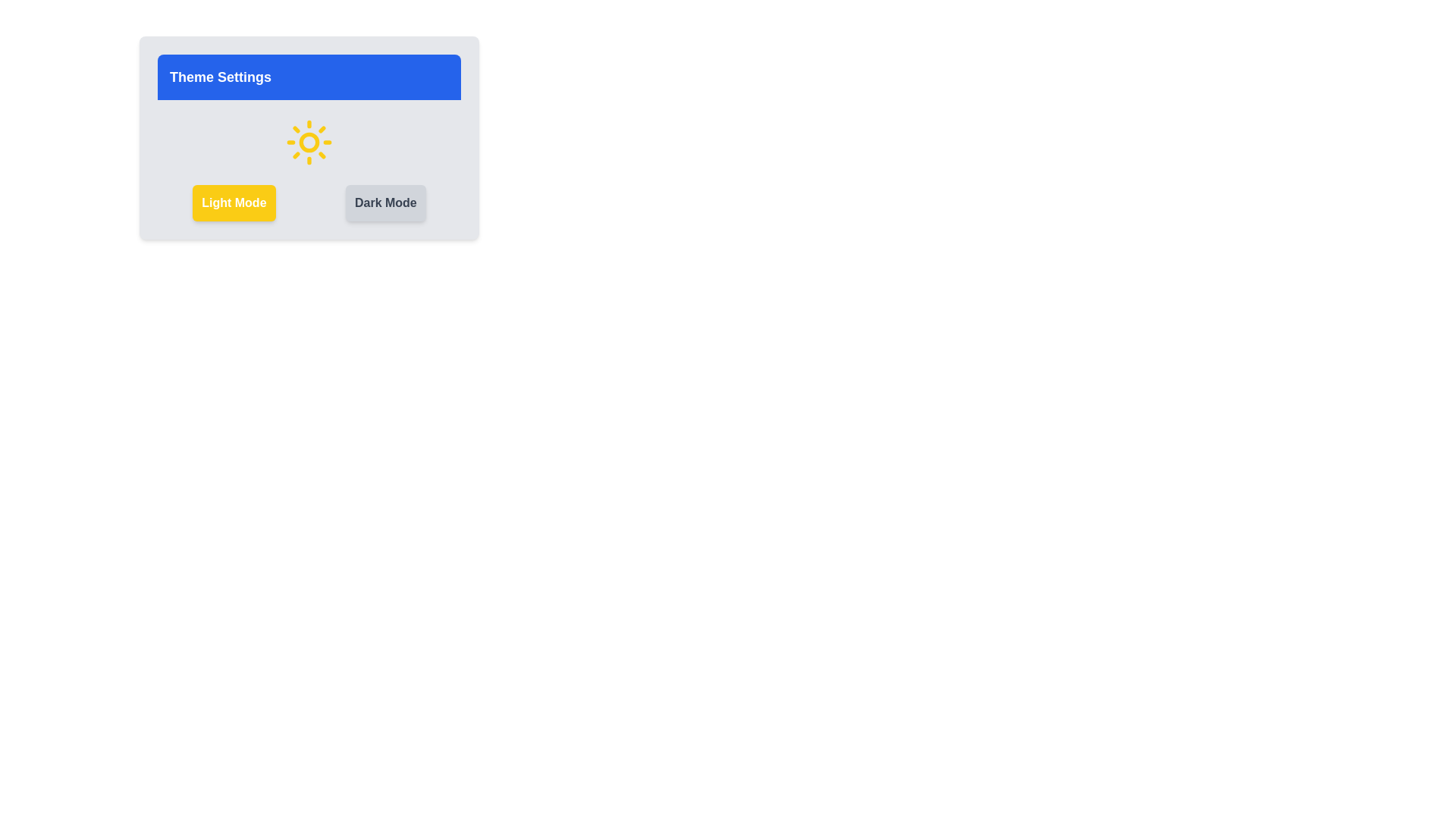  Describe the element at coordinates (233, 202) in the screenshot. I see `'Light Mode' button to toggle the theme to light mode` at that location.